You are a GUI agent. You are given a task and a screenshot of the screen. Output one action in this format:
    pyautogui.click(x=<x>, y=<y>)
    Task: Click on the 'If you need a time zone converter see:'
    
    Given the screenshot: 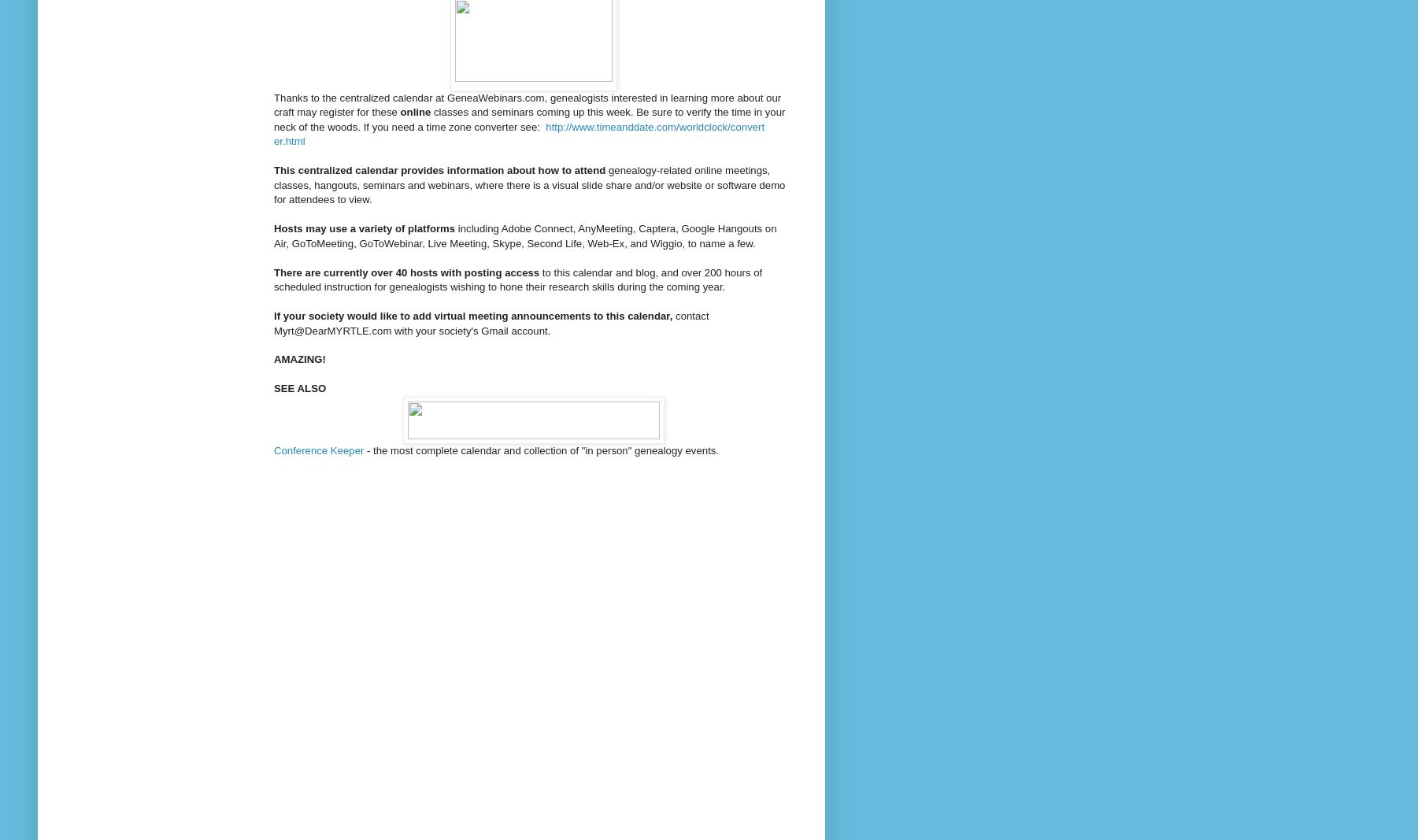 What is the action you would take?
    pyautogui.click(x=362, y=125)
    